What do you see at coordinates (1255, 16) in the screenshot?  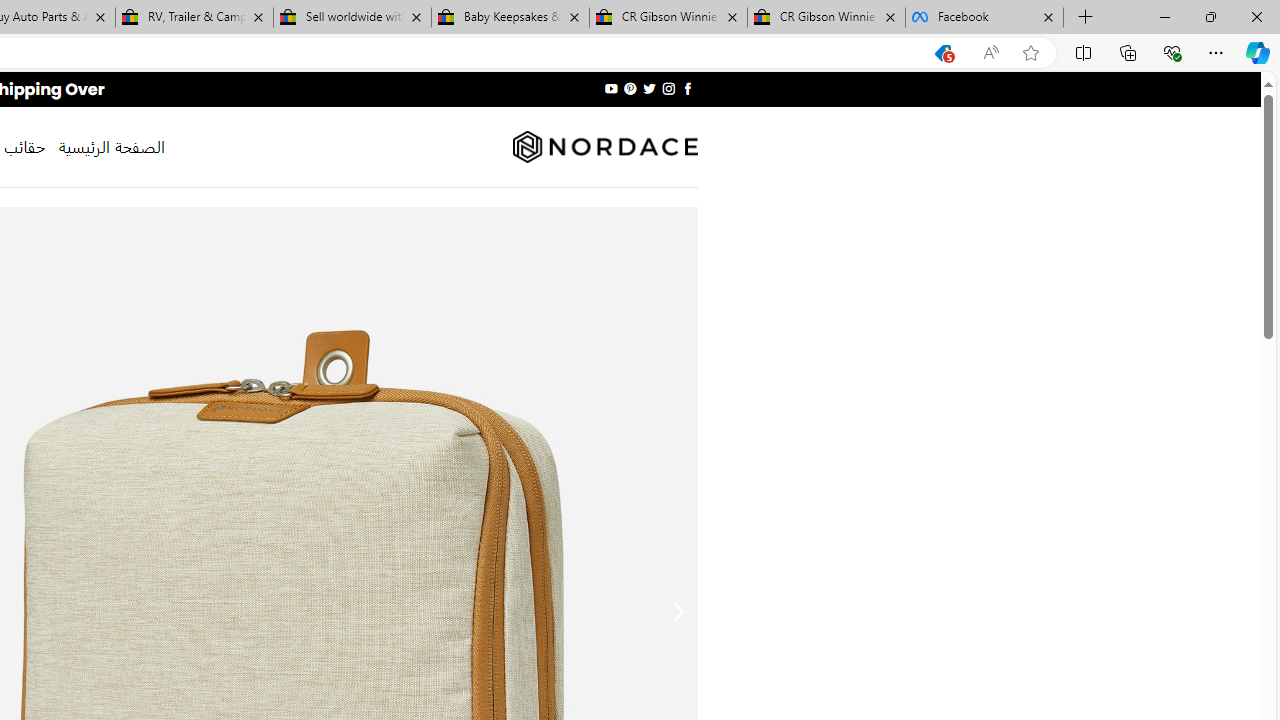 I see `'Close'` at bounding box center [1255, 16].